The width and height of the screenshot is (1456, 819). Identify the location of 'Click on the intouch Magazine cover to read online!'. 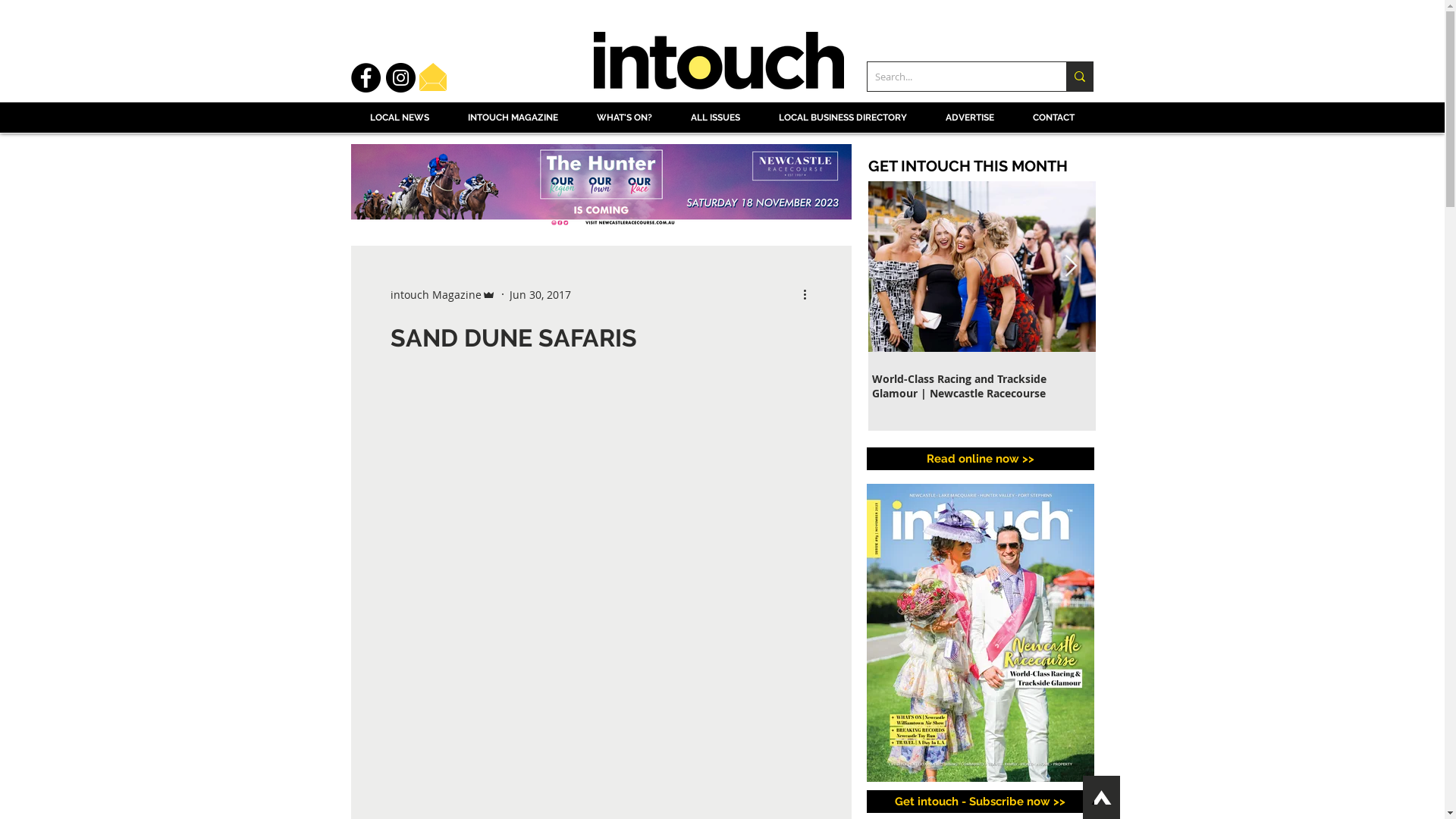
(979, 632).